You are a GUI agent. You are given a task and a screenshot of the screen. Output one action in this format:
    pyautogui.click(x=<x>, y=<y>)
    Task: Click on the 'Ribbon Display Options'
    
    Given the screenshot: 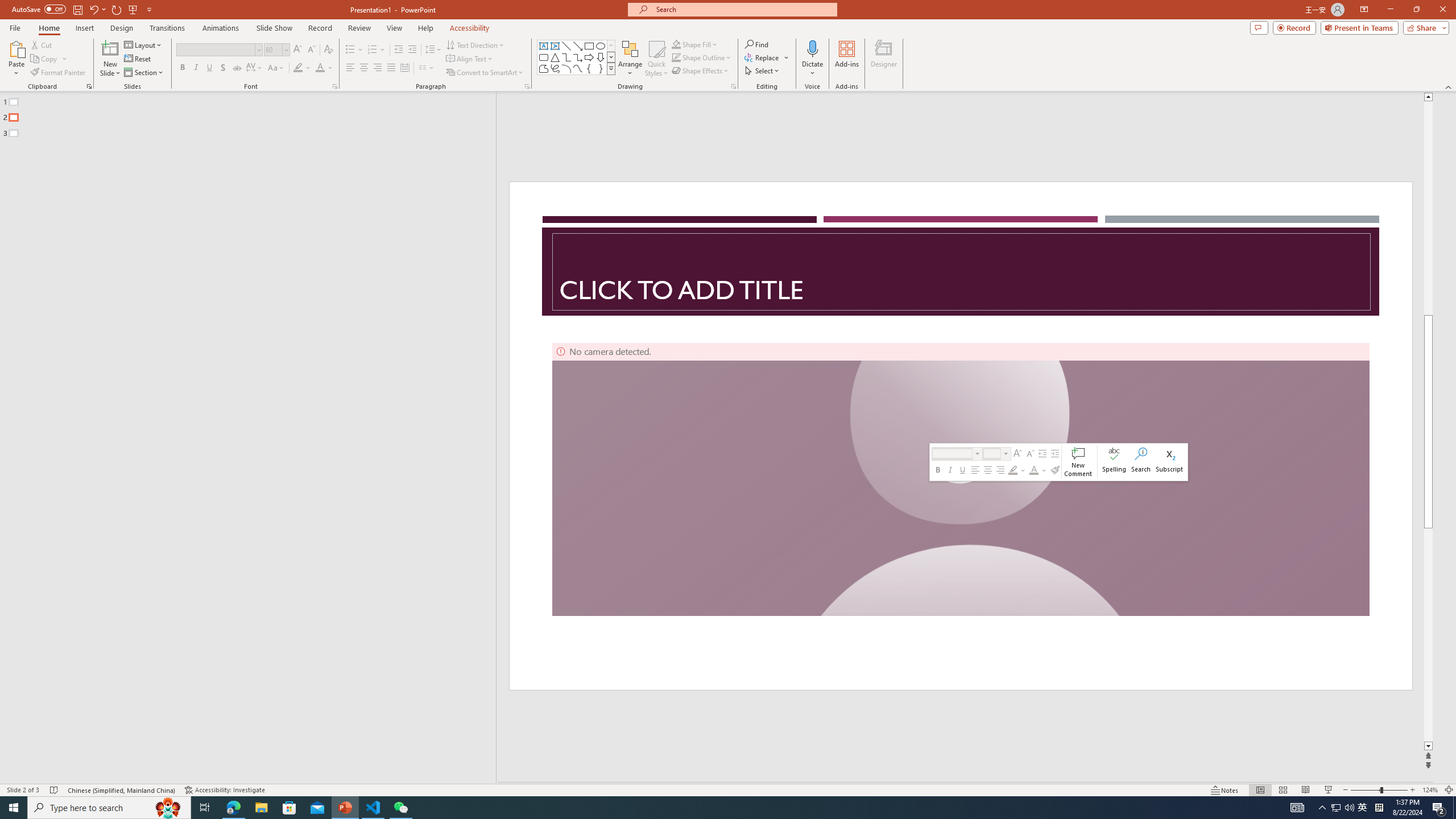 What is the action you would take?
    pyautogui.click(x=1363, y=9)
    